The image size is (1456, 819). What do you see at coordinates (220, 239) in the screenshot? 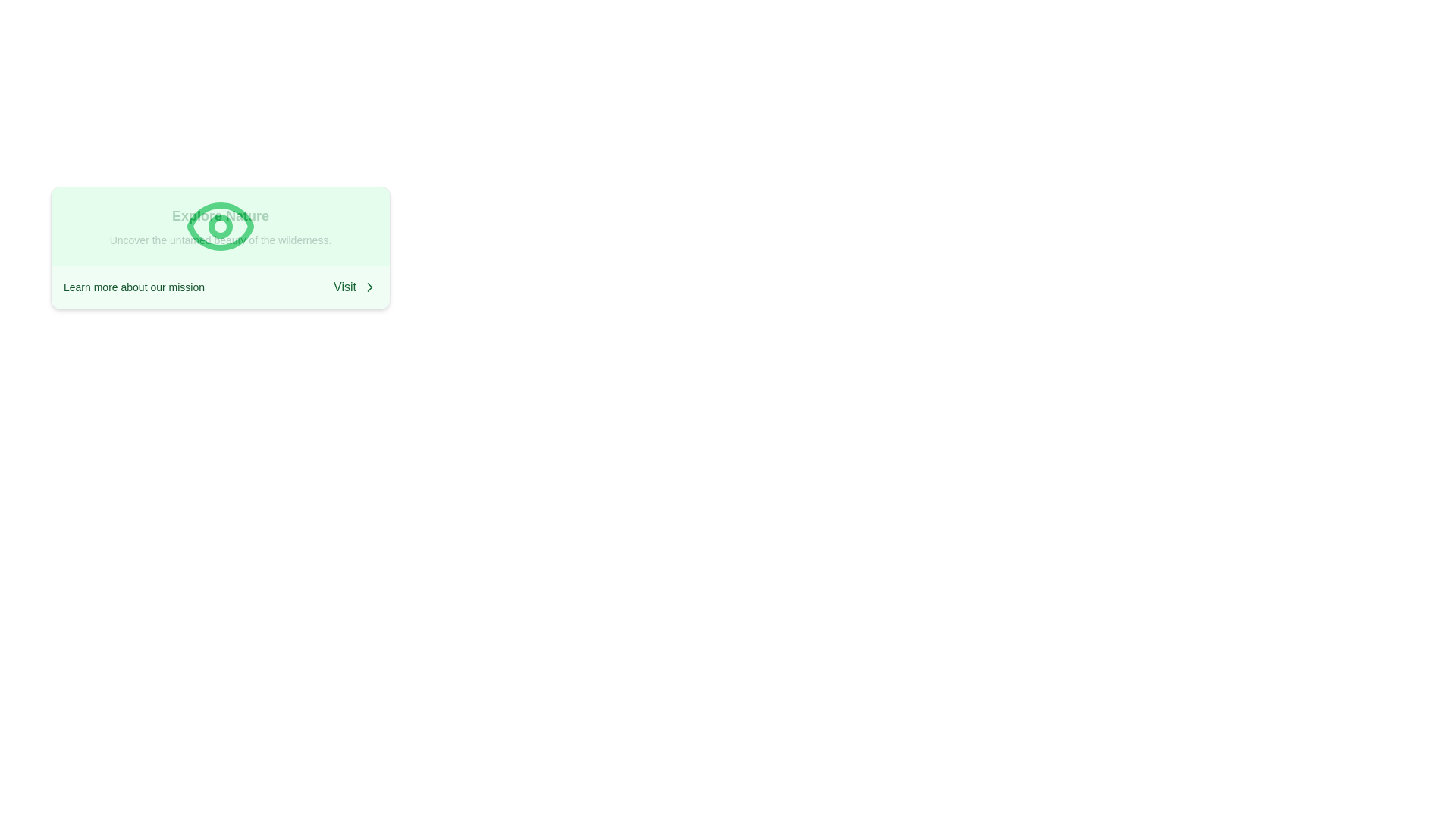
I see `the descriptive text element that provides additional information about the header 'Explore Nature'` at bounding box center [220, 239].